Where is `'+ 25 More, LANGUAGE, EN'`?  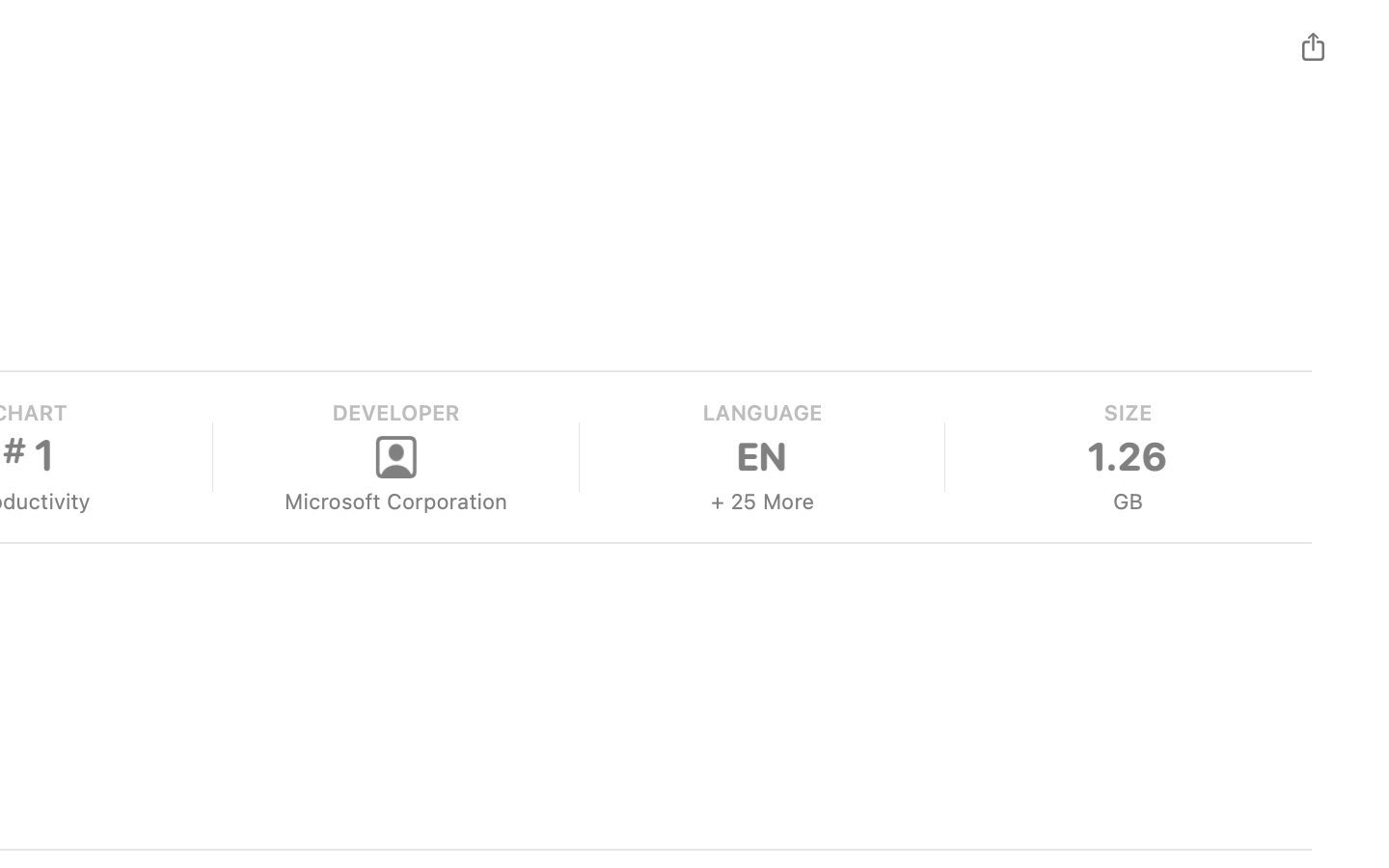 '+ 25 More, LANGUAGE, EN' is located at coordinates (760, 456).